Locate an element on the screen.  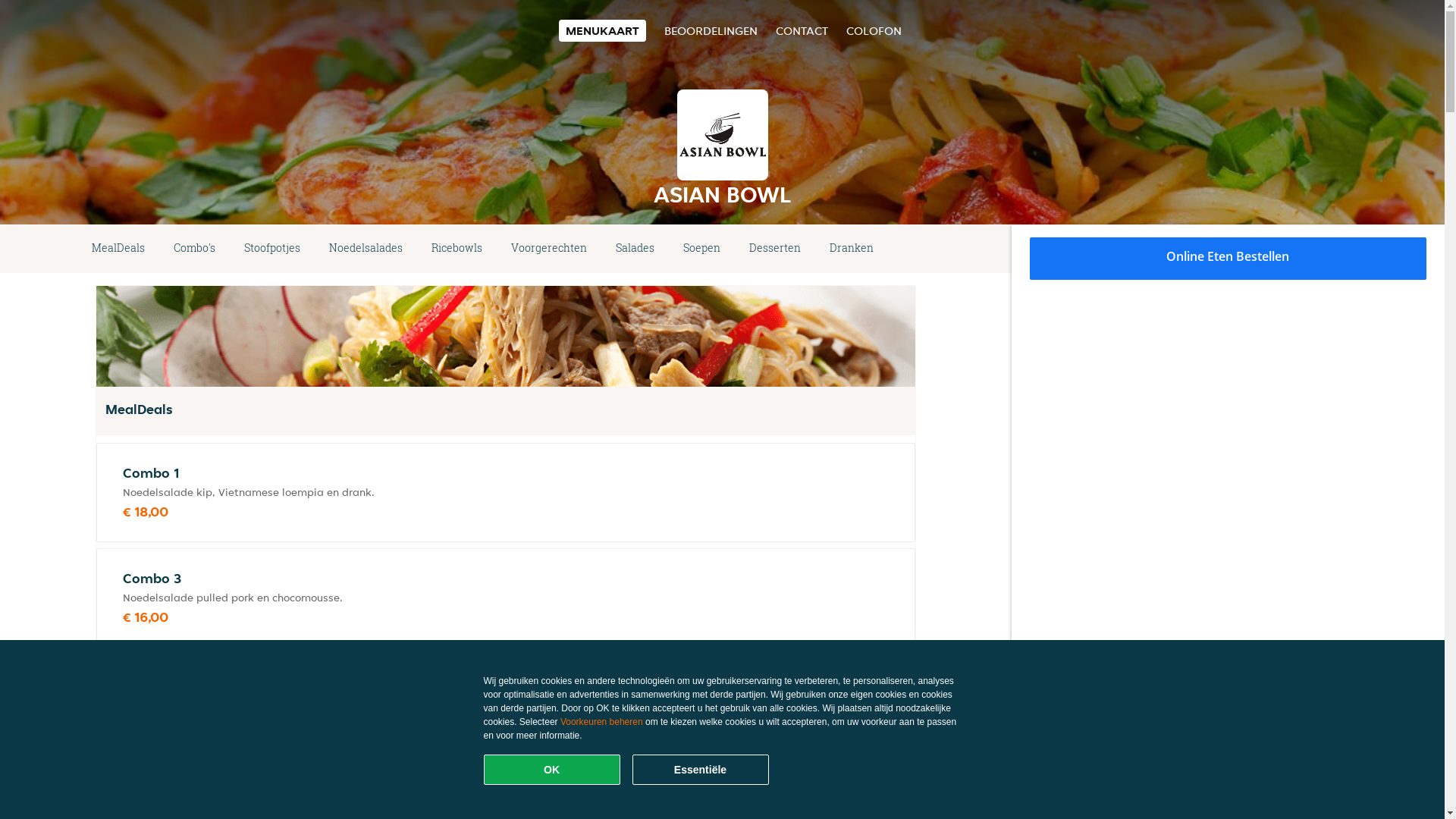
'Ricebowls' is located at coordinates (456, 247).